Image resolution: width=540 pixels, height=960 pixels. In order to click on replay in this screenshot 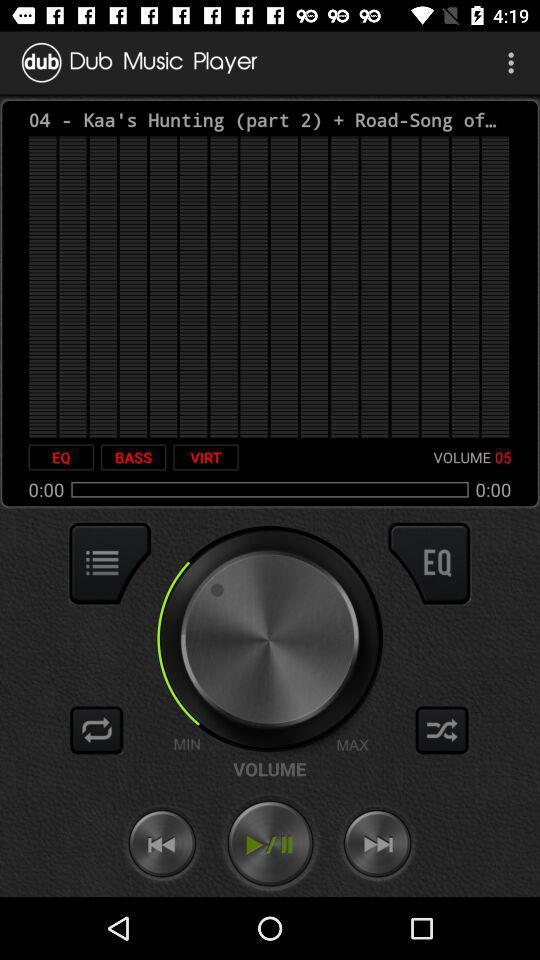, I will do `click(96, 729)`.